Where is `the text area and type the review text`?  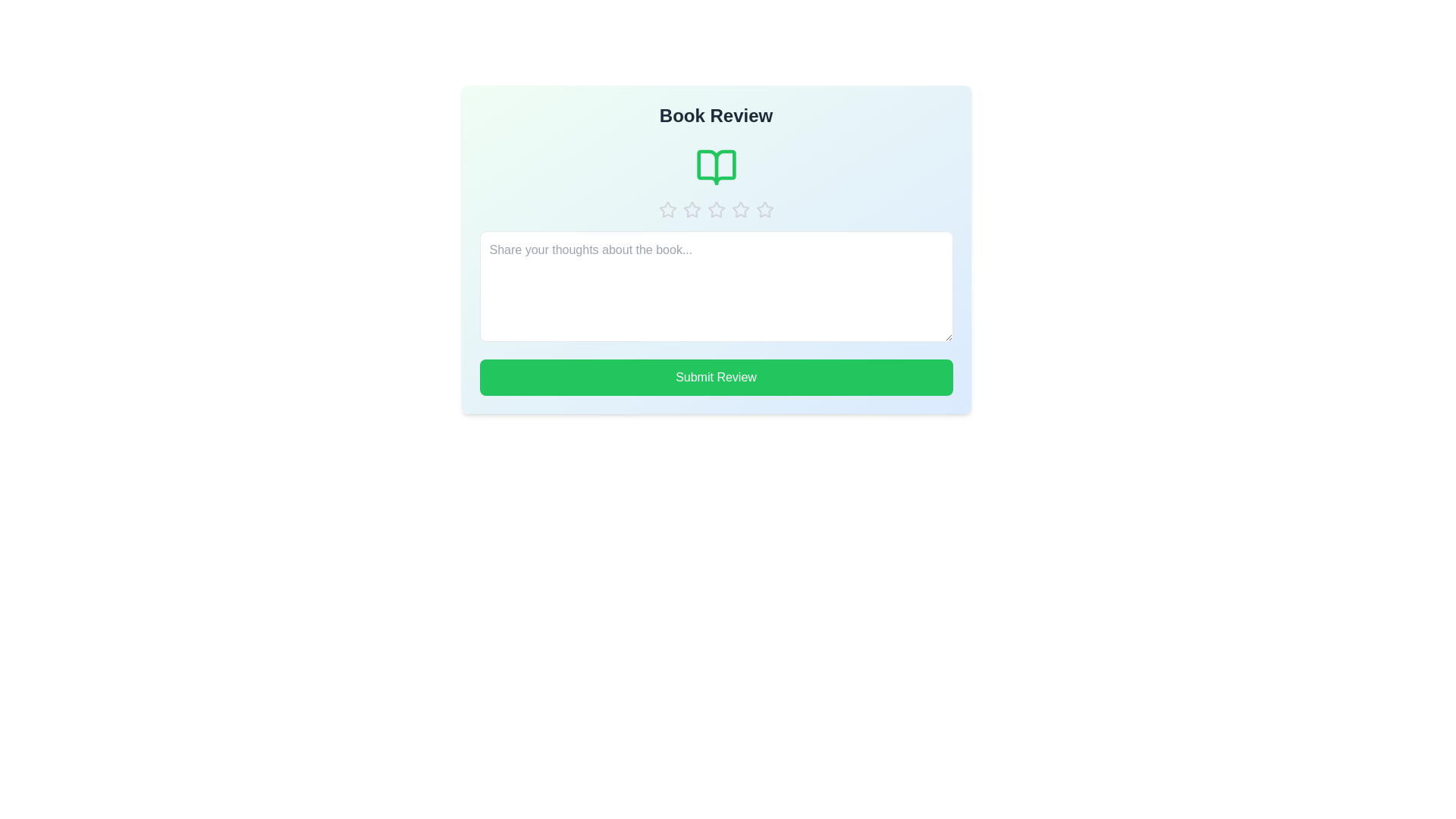
the text area and type the review text is located at coordinates (715, 287).